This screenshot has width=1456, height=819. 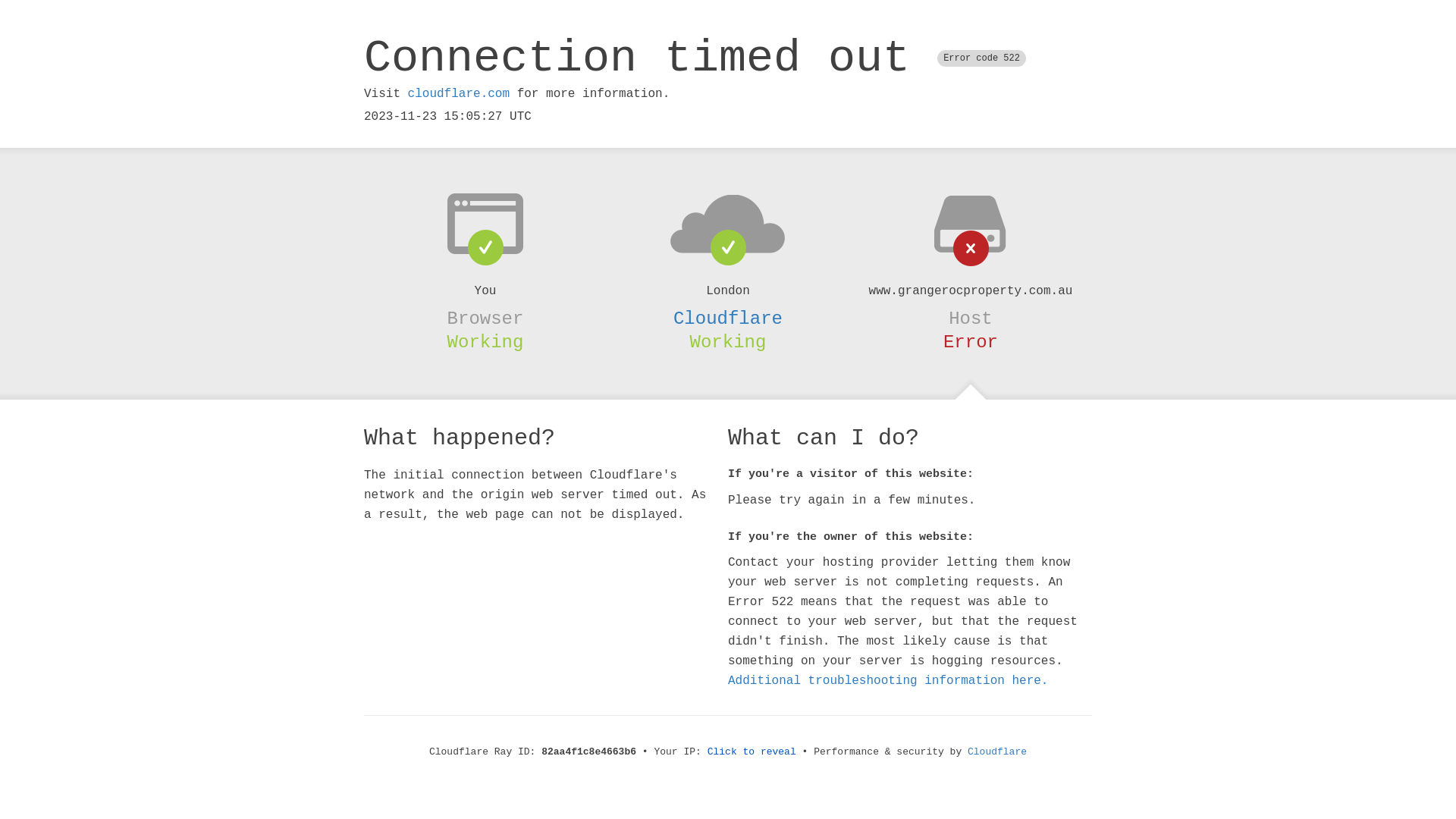 I want to click on 'Click to reveal', so click(x=752, y=752).